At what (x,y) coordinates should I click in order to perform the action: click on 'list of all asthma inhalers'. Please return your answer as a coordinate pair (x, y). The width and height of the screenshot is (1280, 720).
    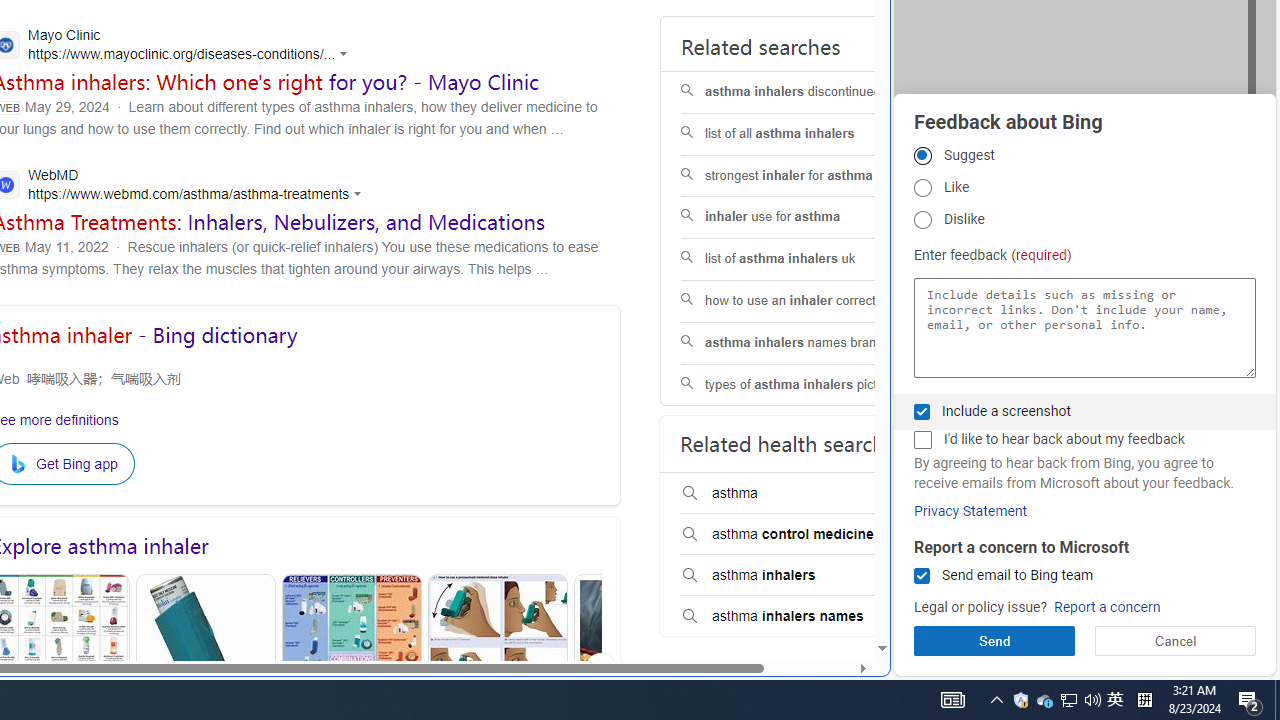
    Looking at the image, I should click on (807, 134).